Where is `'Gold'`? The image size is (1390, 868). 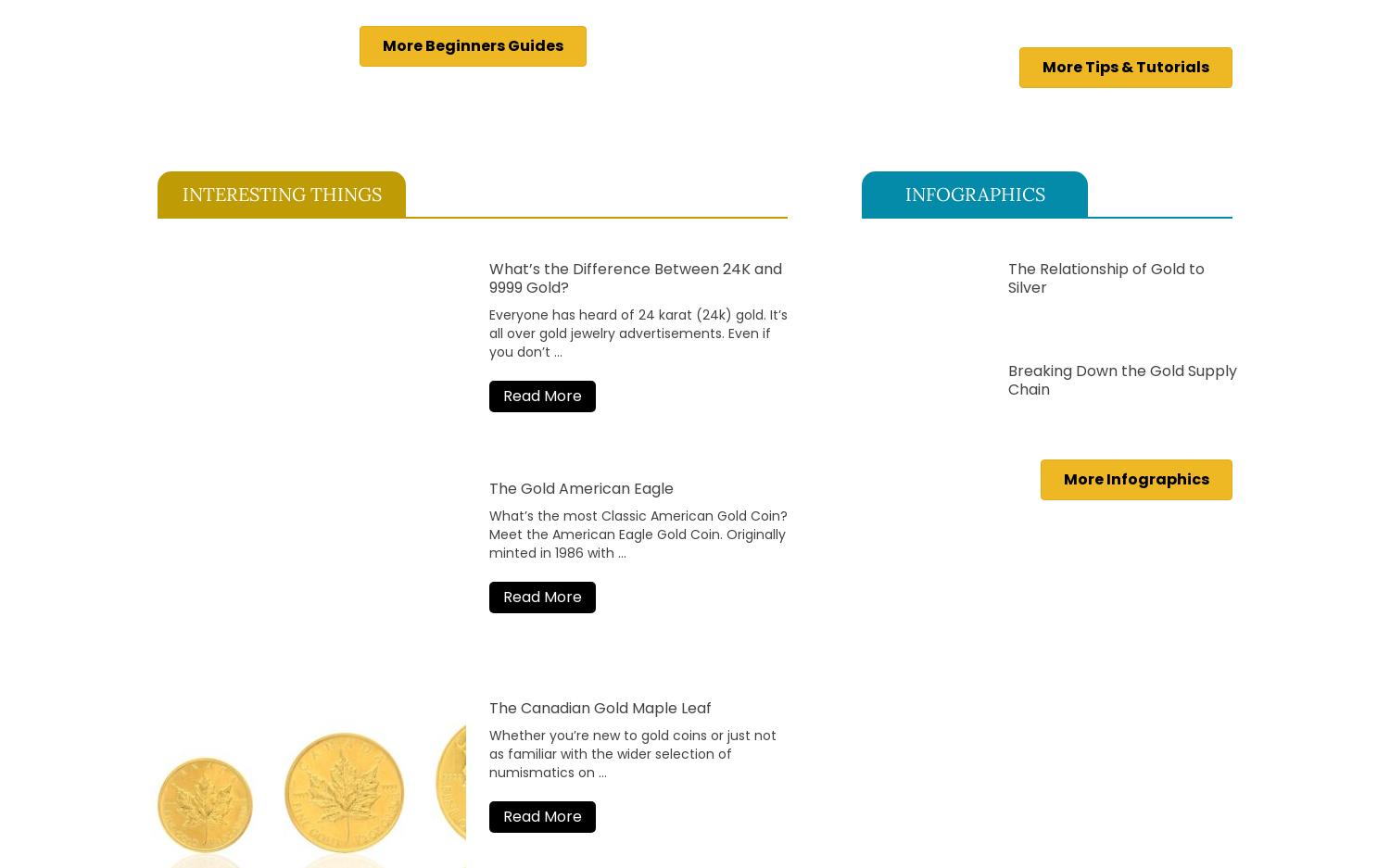 'Gold' is located at coordinates (670, 533).